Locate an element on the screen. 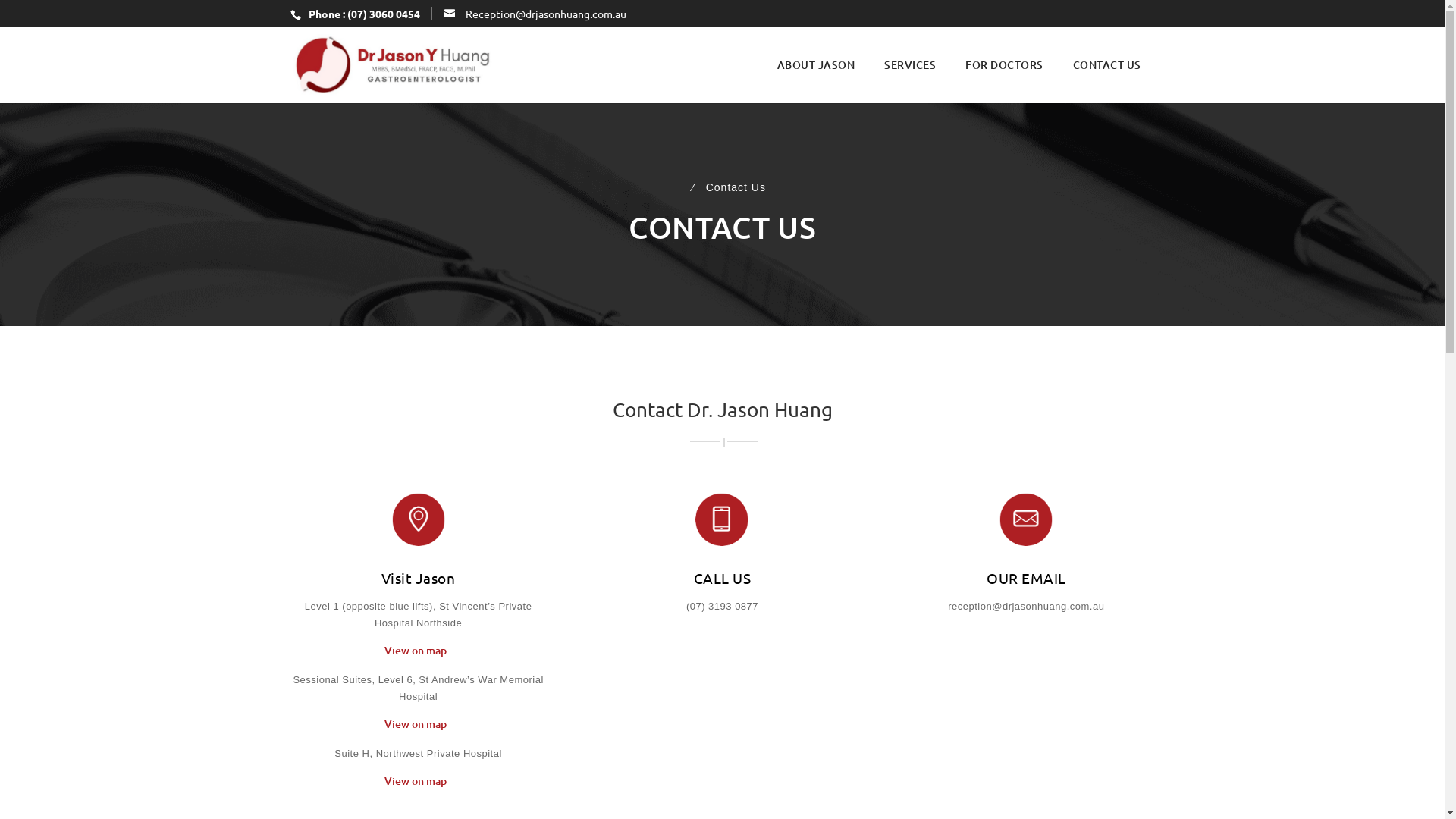  'CONTACT US' is located at coordinates (1106, 64).